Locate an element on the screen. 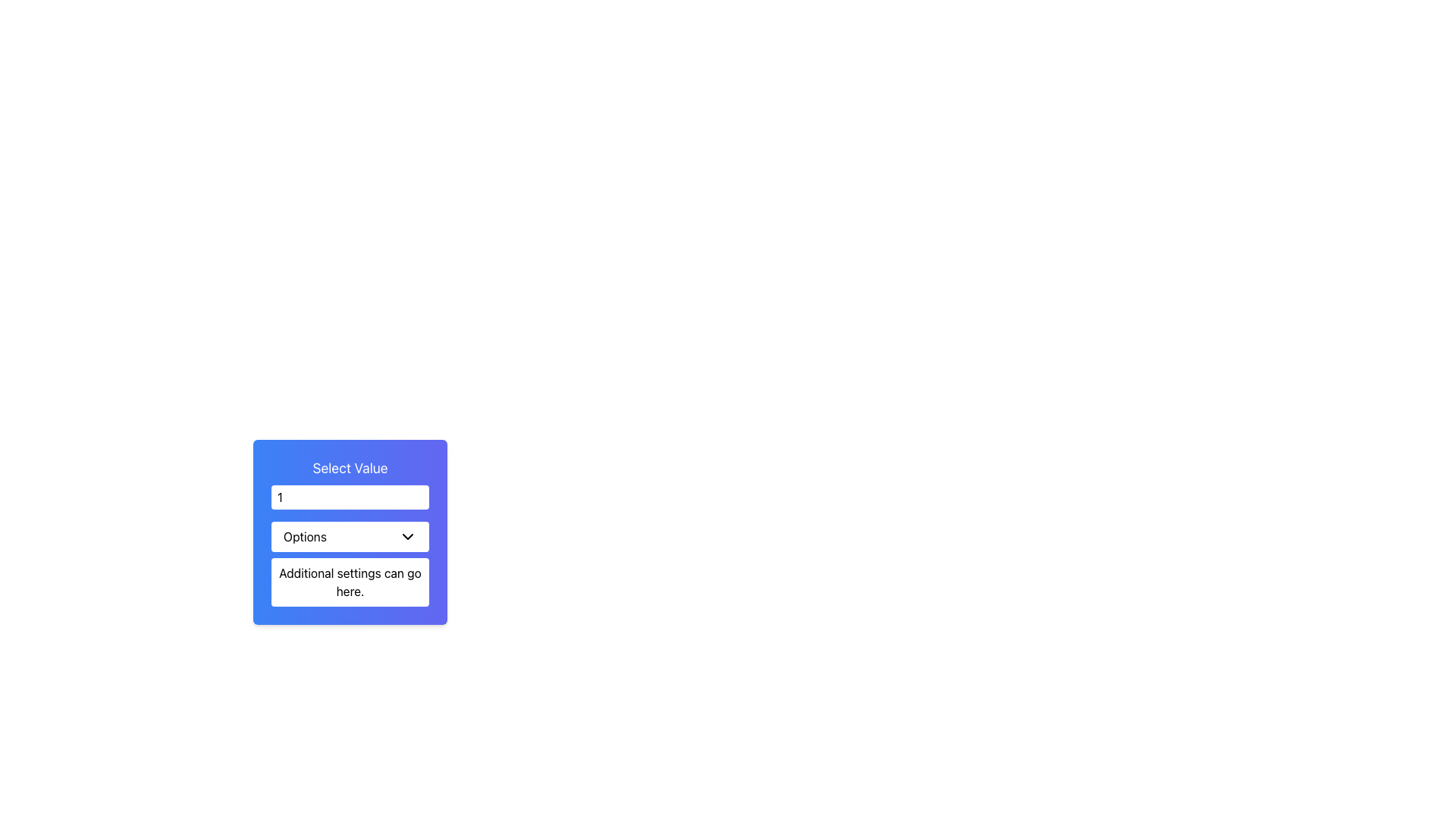 This screenshot has width=1456, height=819. the 'Select Value' labeled numeric input field to focus and edit the numeric value is located at coordinates (349, 483).